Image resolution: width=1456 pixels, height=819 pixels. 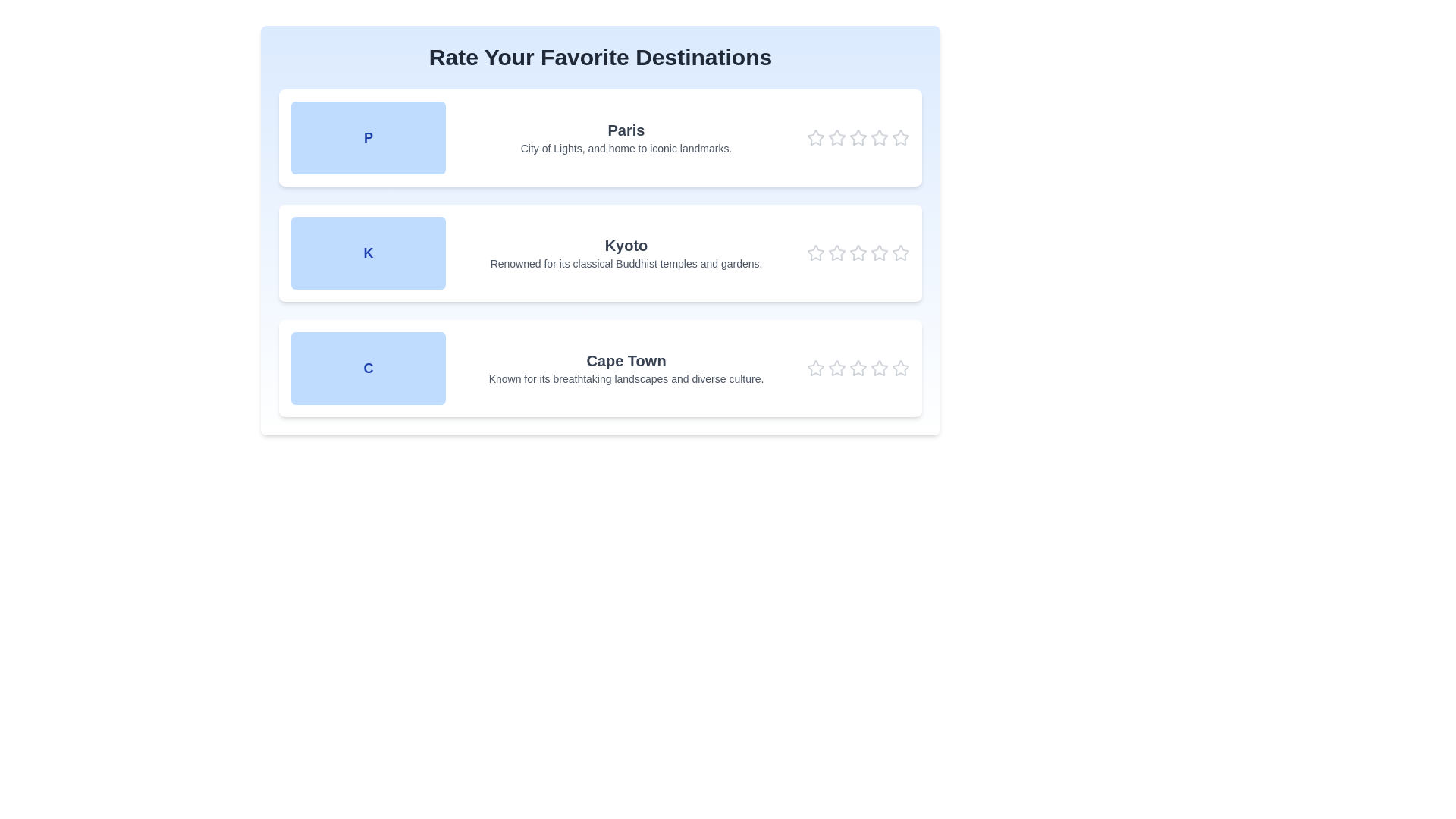 What do you see at coordinates (626, 253) in the screenshot?
I see `text content providing a title and short description about Kyoto, located in the second item of a vertically stacked list, centered horizontally below a large blue rounded square with a 'K' in the center` at bounding box center [626, 253].